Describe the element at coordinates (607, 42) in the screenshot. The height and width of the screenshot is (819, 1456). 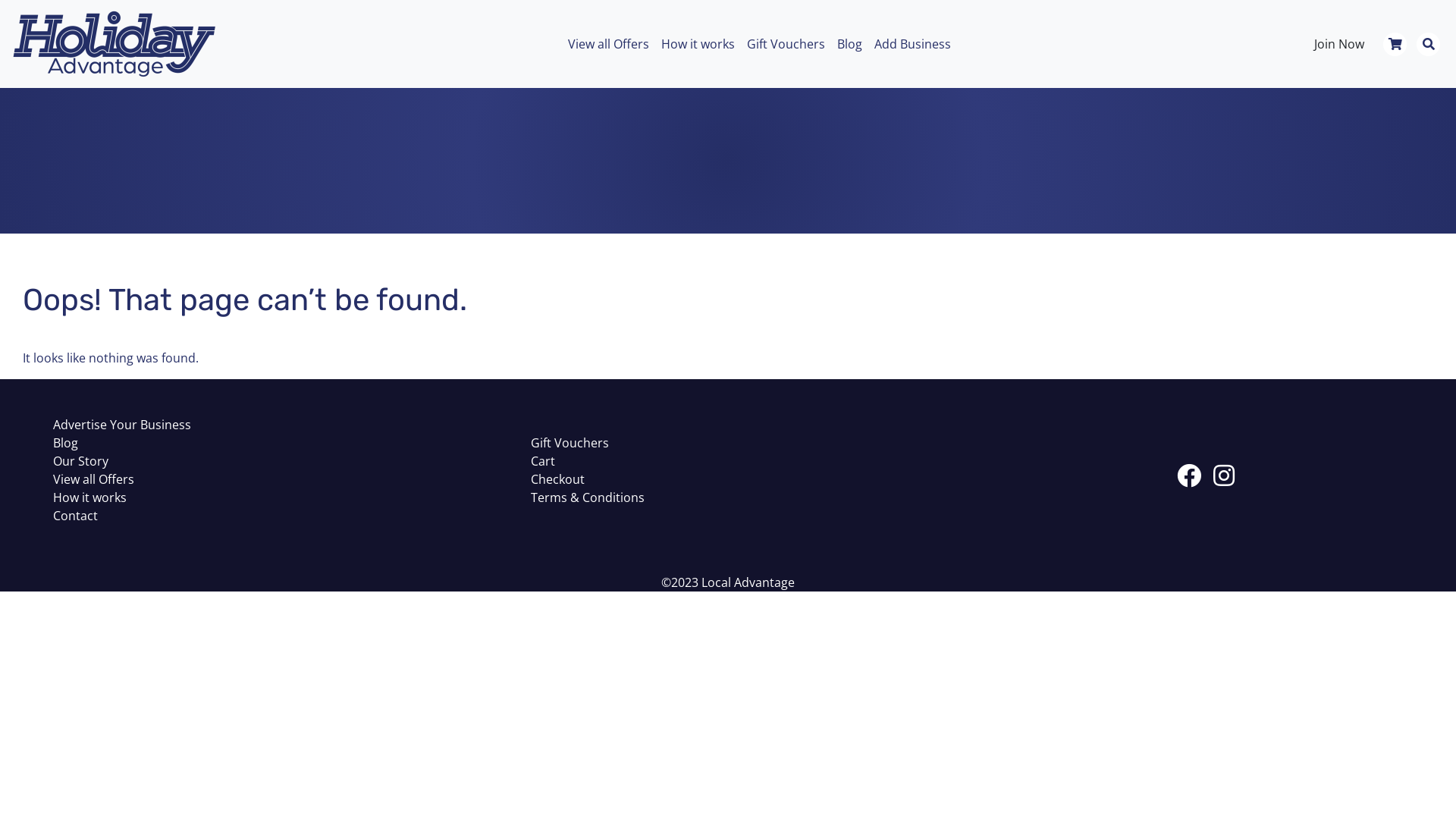
I see `'View all Offers'` at that location.